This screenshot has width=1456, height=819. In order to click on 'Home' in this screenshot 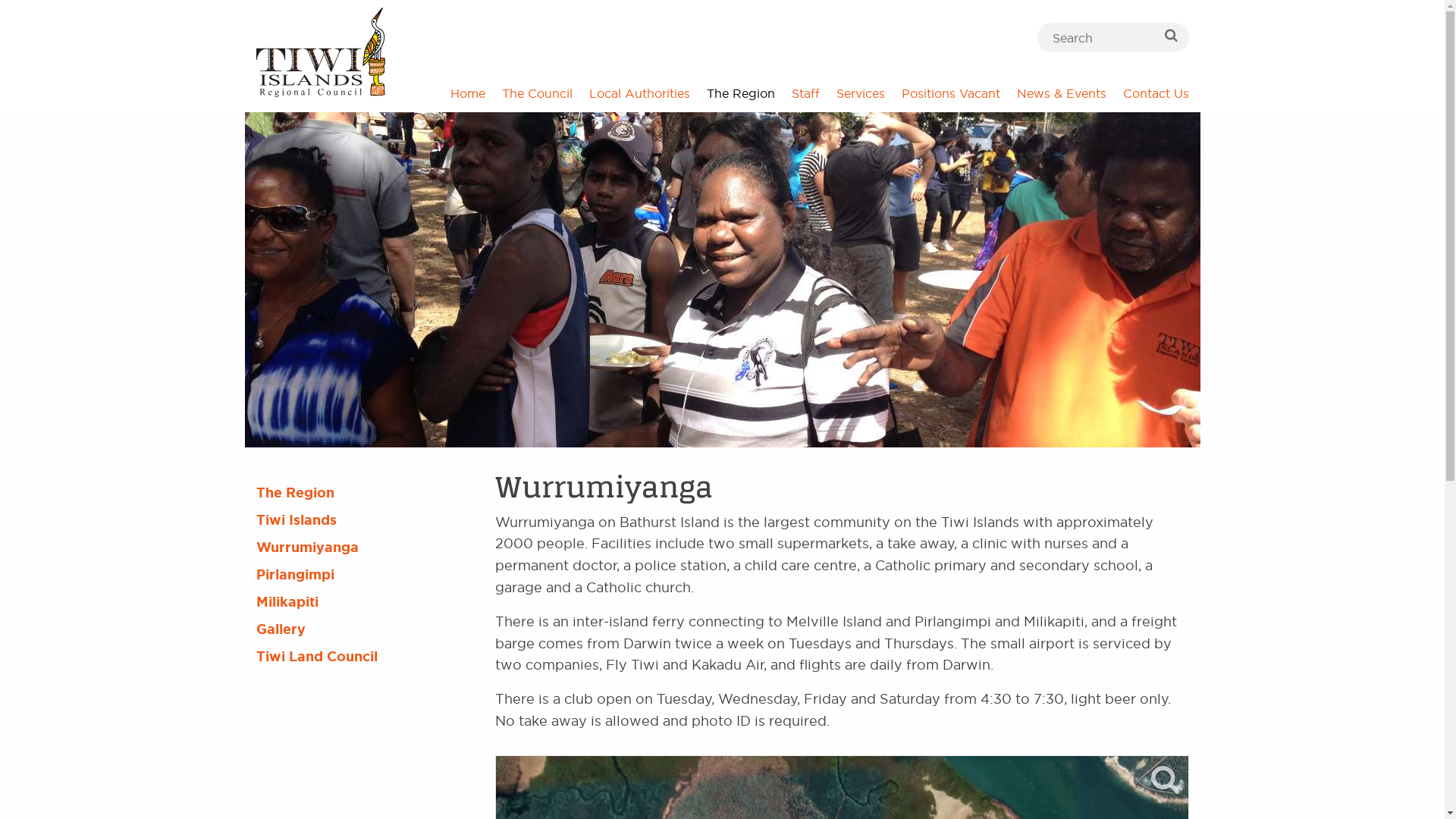, I will do `click(466, 93)`.